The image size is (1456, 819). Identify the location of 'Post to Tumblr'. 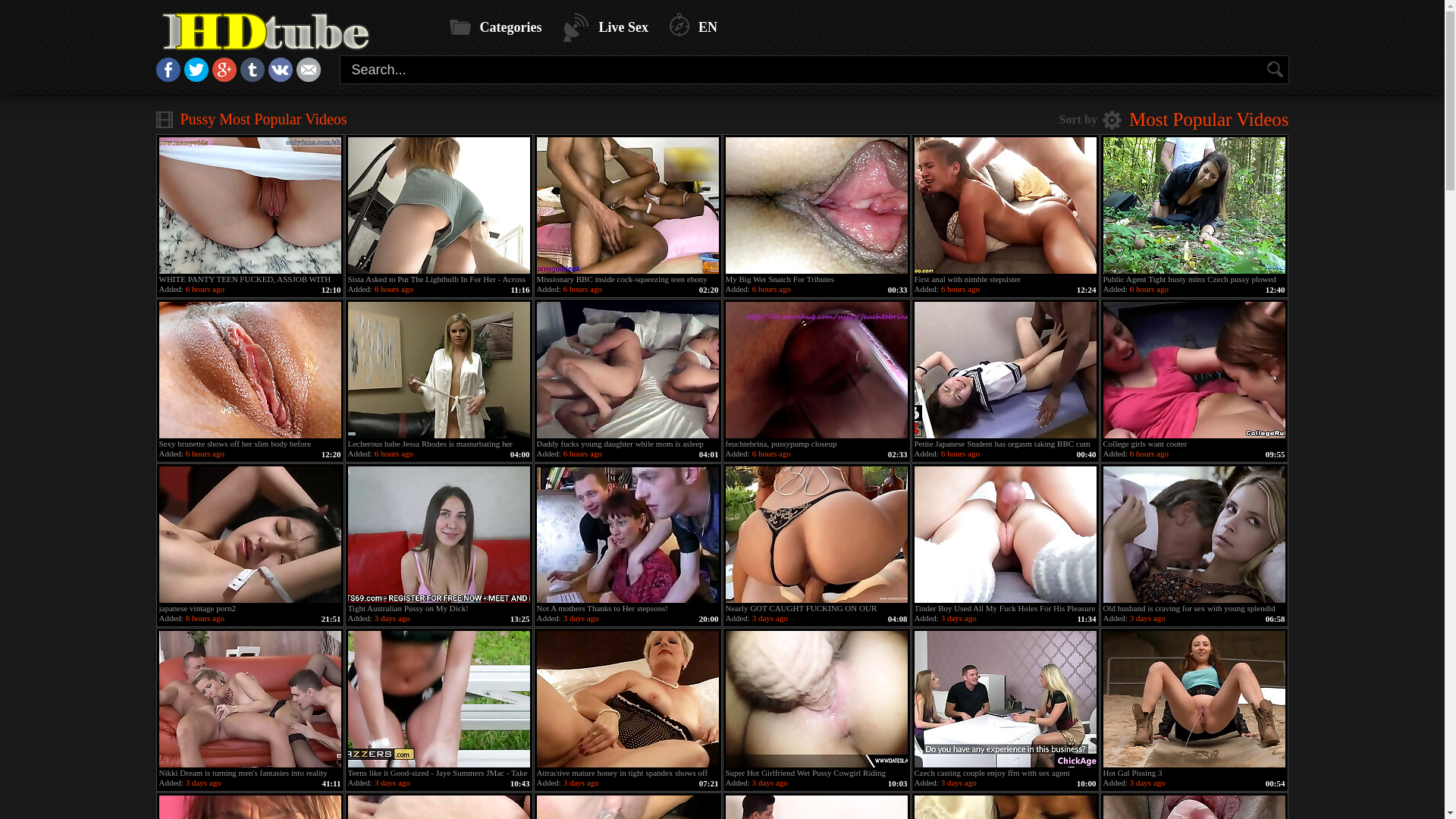
(239, 77).